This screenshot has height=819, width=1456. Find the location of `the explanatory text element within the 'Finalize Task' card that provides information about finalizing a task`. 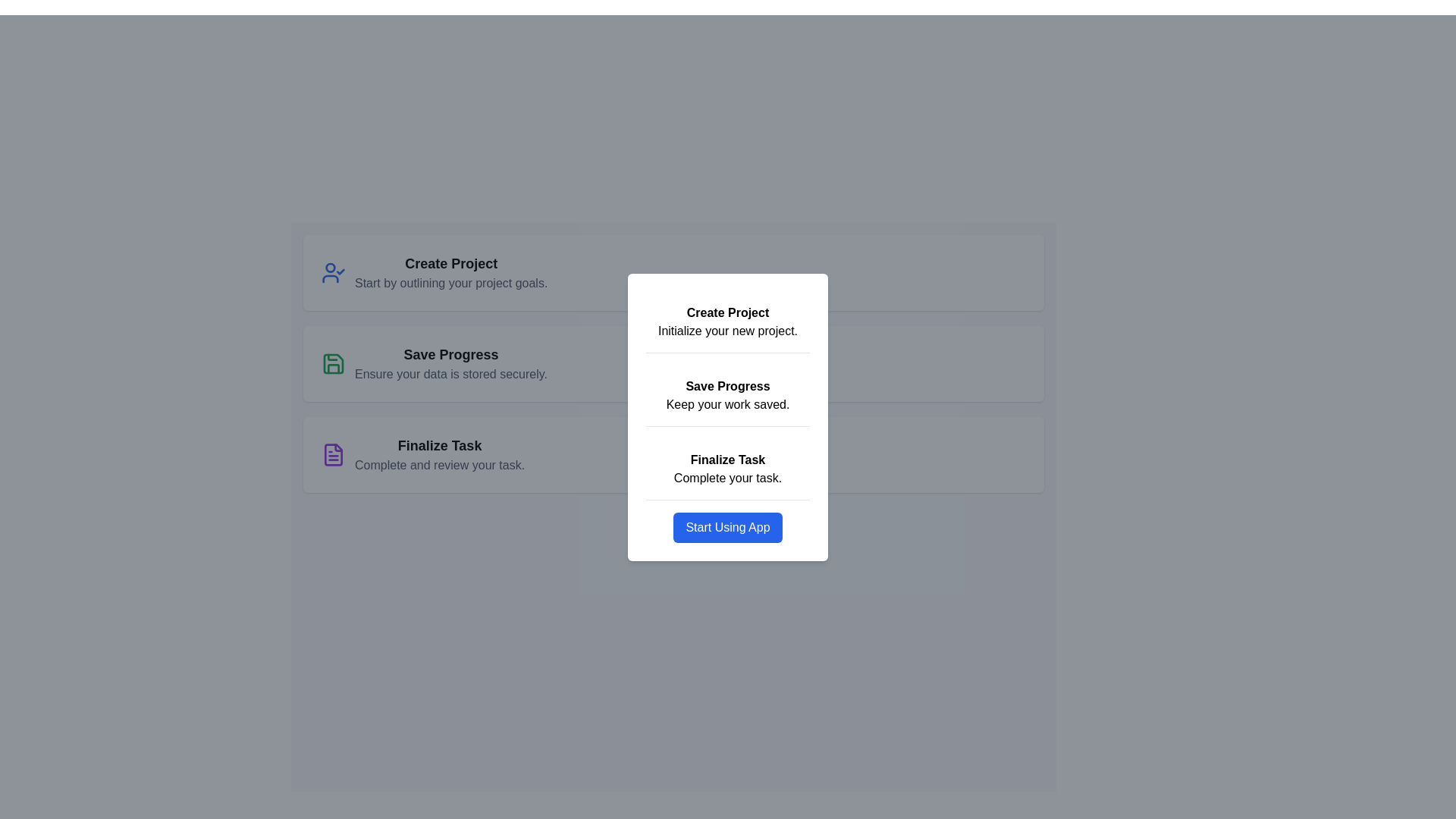

the explanatory text element within the 'Finalize Task' card that provides information about finalizing a task is located at coordinates (439, 454).